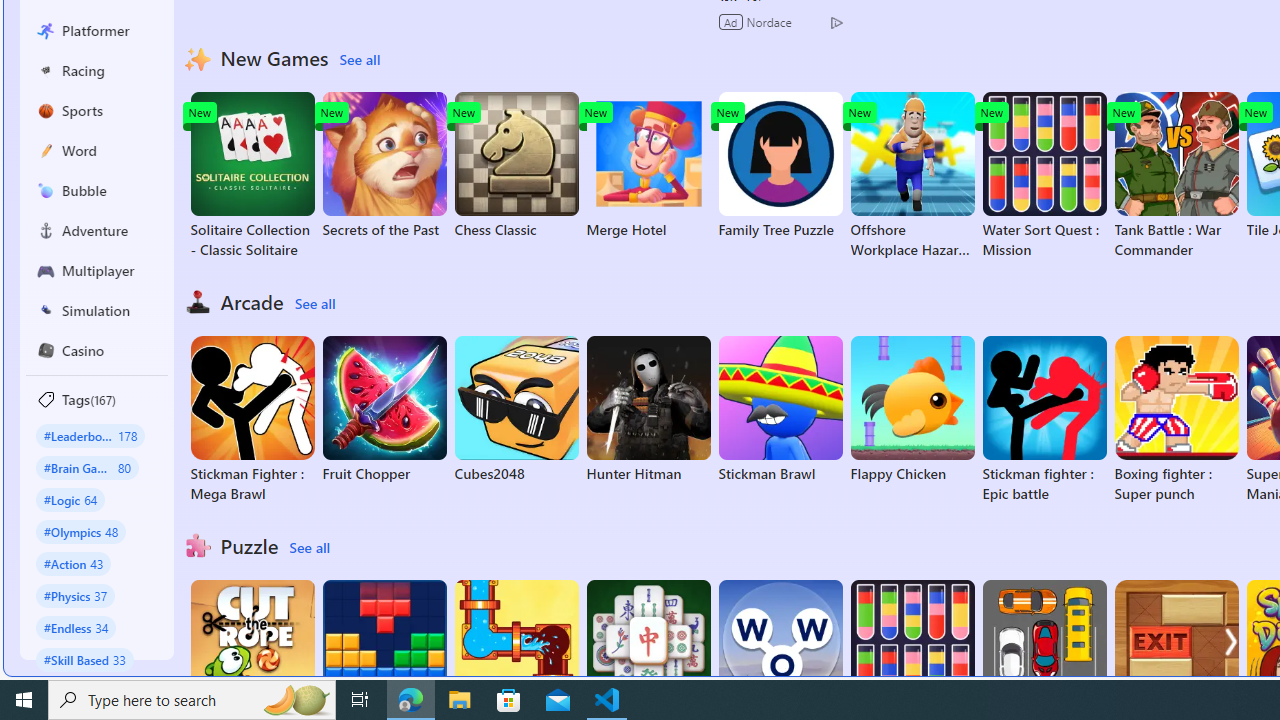  I want to click on '#Physics 37', so click(76, 594).